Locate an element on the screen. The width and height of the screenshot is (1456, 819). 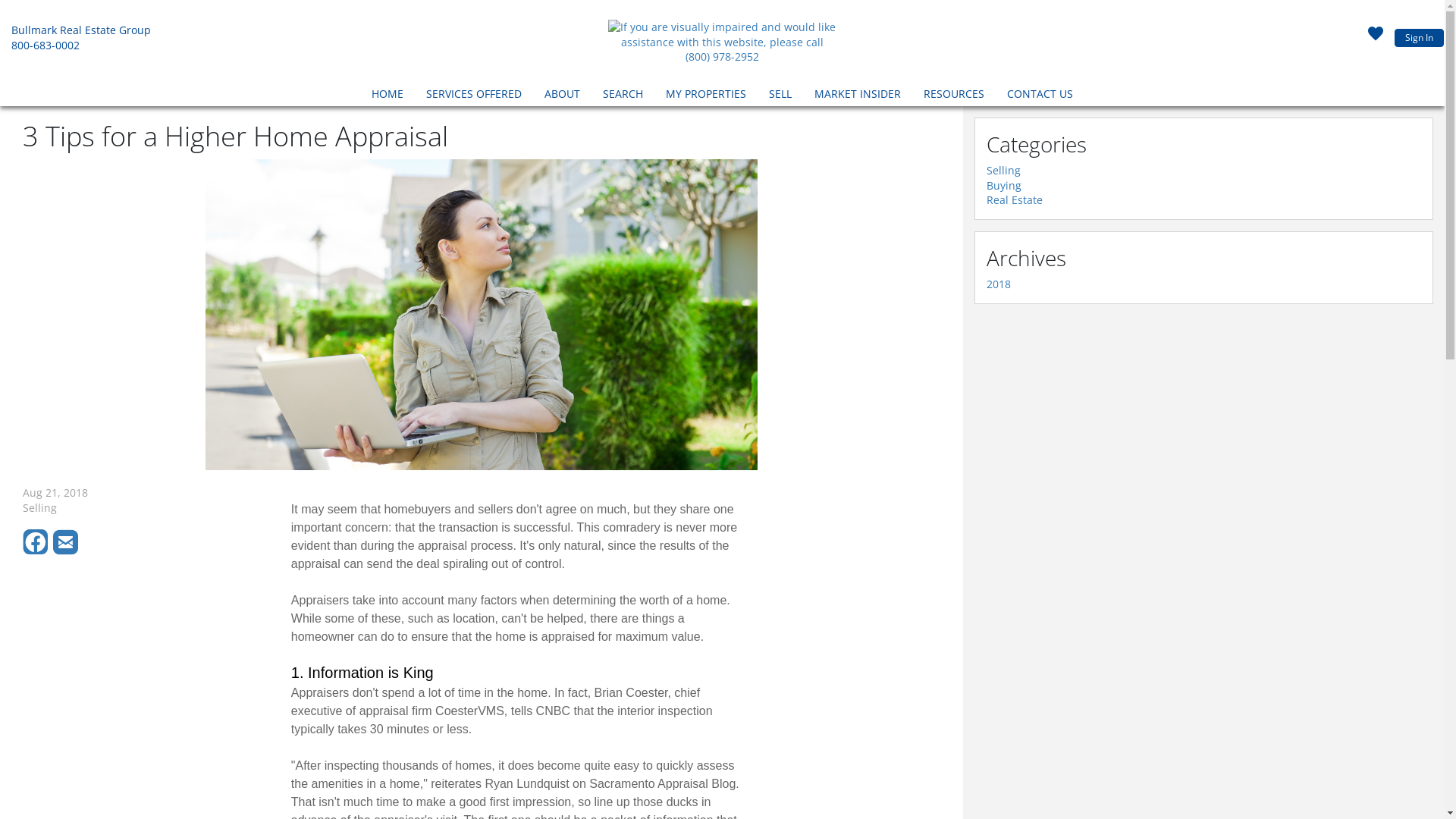
'SERVICES OFFERED' is located at coordinates (422, 95).